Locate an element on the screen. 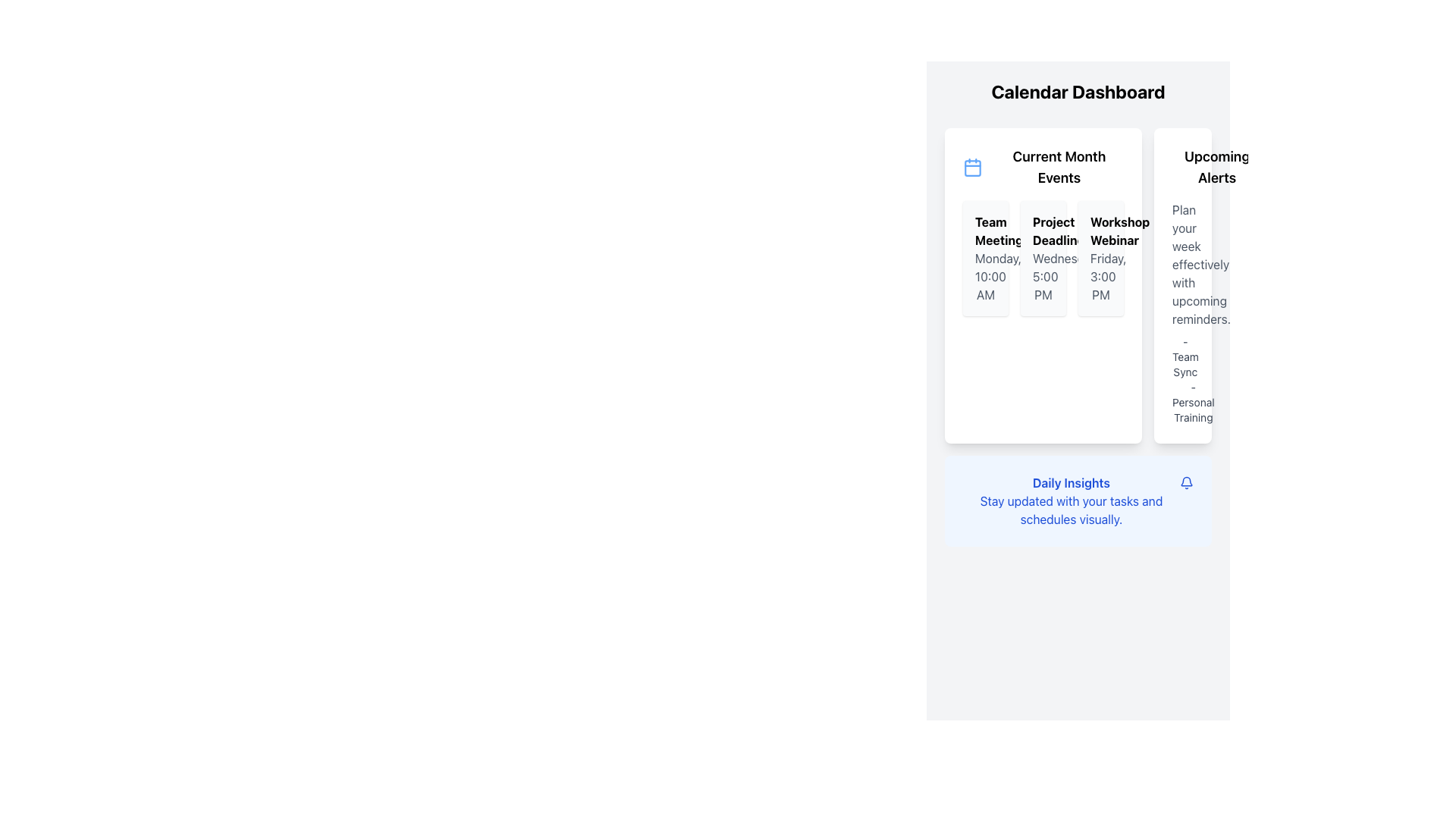 Image resolution: width=1456 pixels, height=819 pixels. the descriptive text element located beneath the 'Daily Insights' title in the footer area is located at coordinates (1070, 510).